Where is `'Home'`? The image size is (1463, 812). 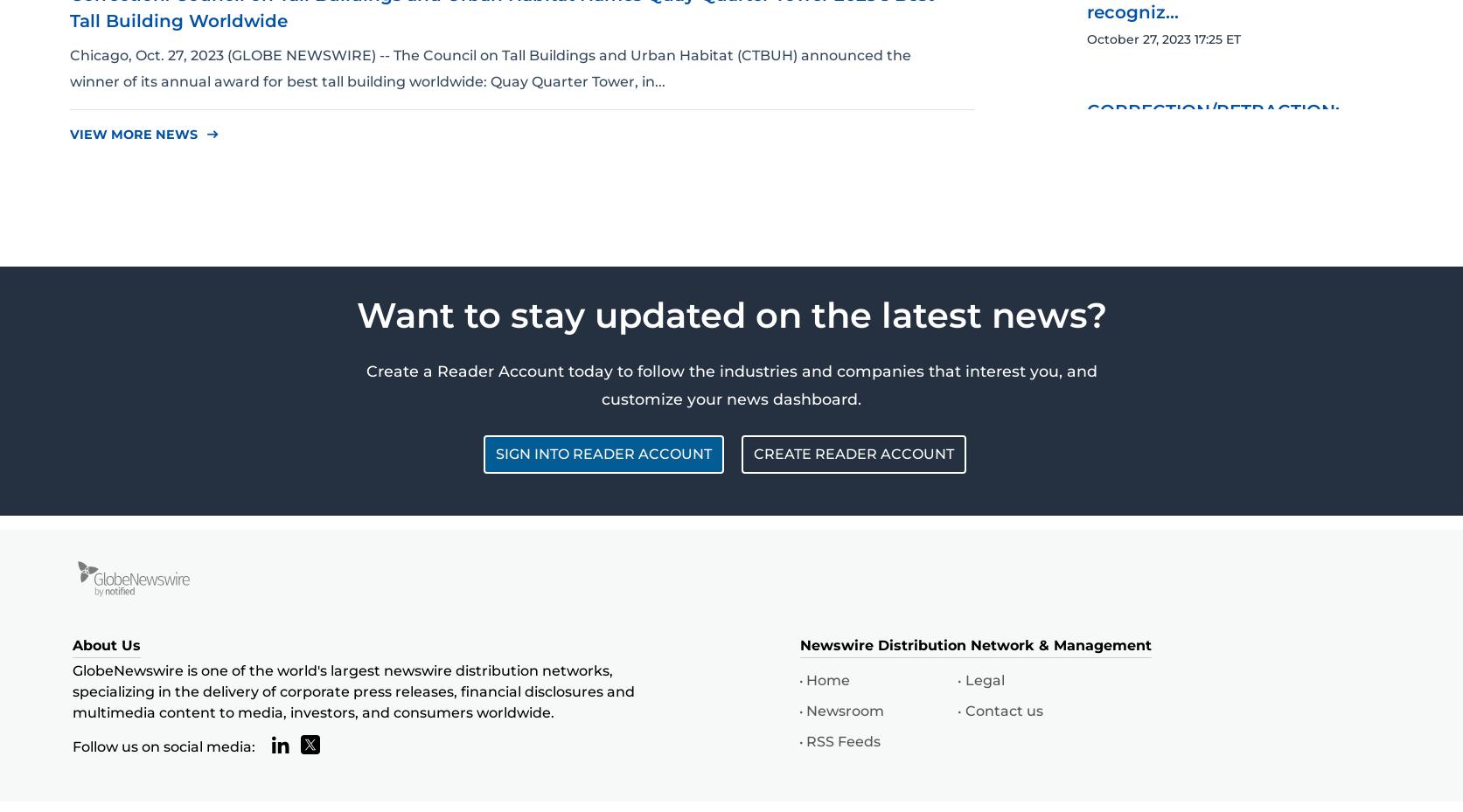
'Home' is located at coordinates (826, 678).